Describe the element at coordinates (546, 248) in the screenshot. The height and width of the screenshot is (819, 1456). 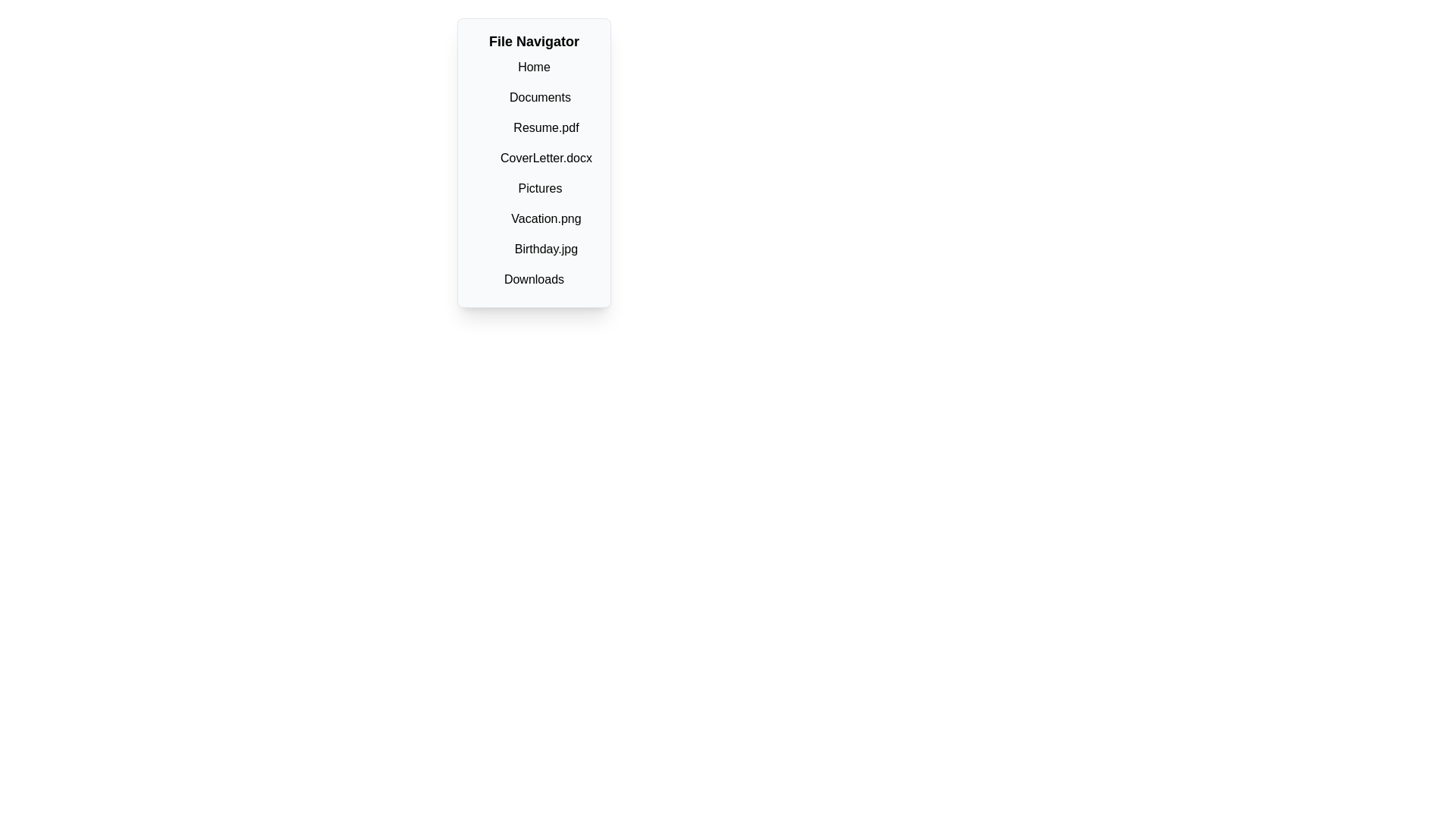
I see `the text label displaying the file name 'Birthday.jpg' in the 'File Navigator' menu, which is the sixth item in the list` at that location.